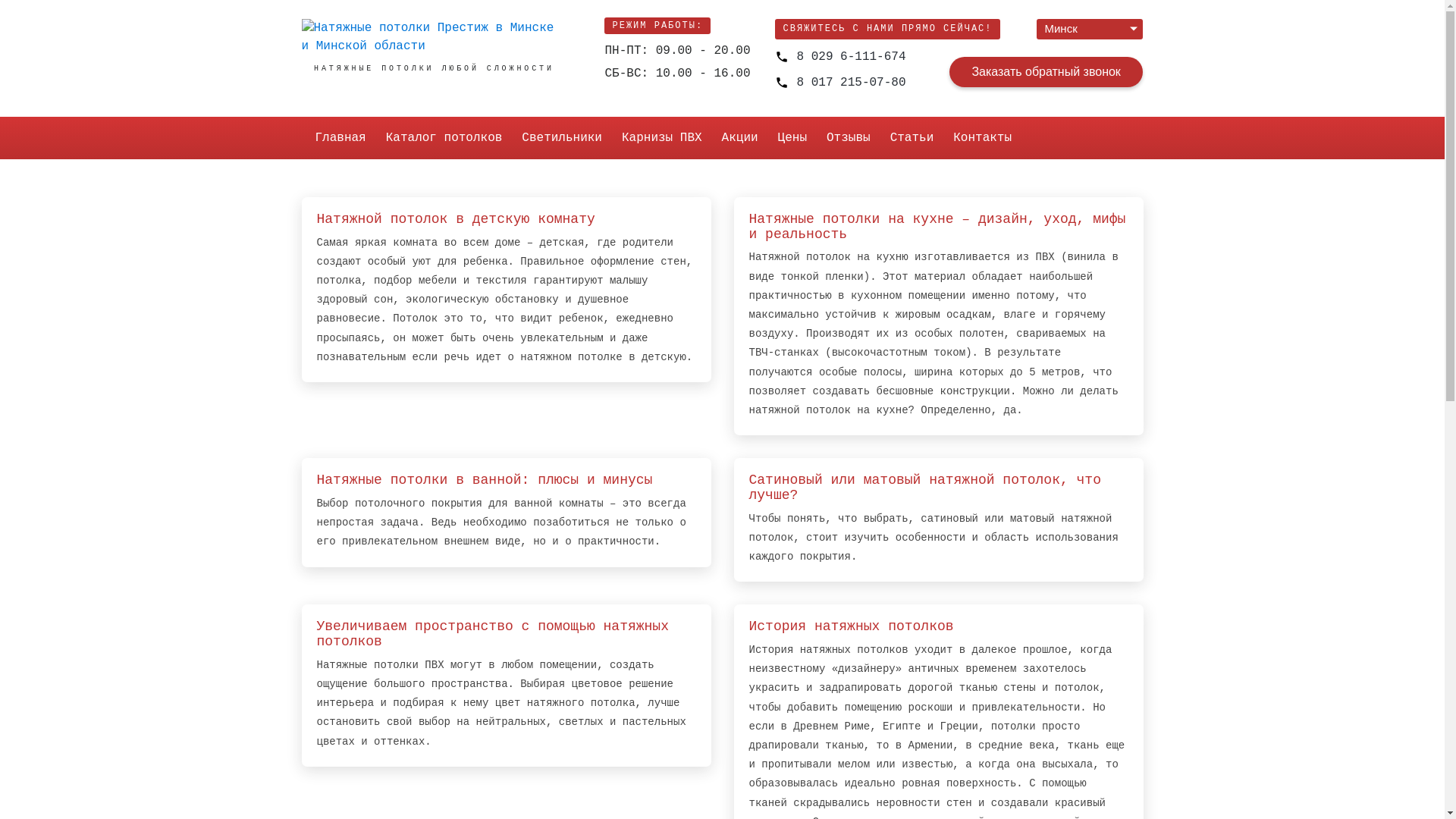 The height and width of the screenshot is (819, 1456). What do you see at coordinates (839, 55) in the screenshot?
I see `'8 029 6-111-674'` at bounding box center [839, 55].